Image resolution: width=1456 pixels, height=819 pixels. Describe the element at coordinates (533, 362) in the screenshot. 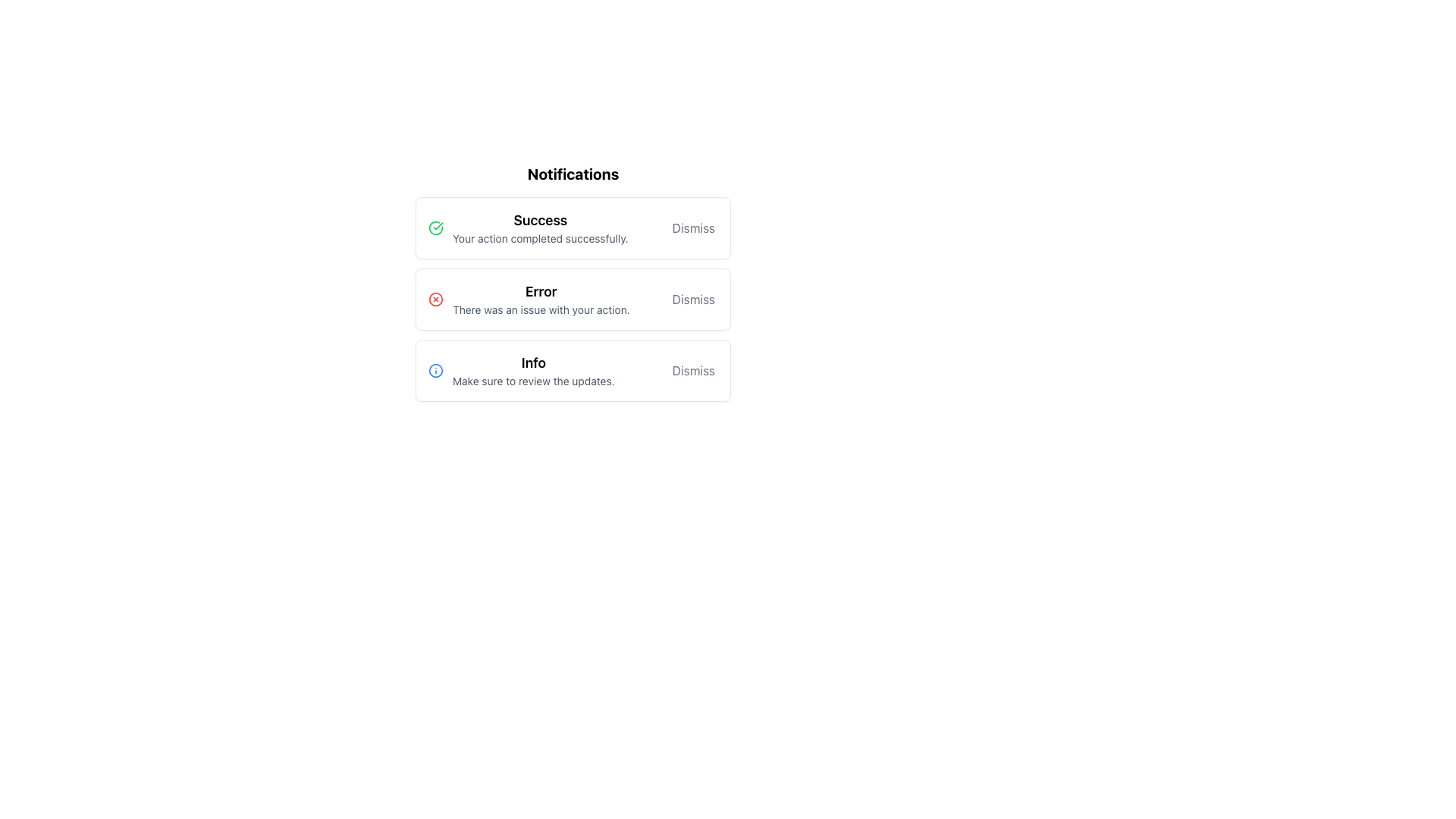

I see `the Text label that serves as the title for the notification regarding information, which is centrally located above the text 'Make sure to review the updates.' and to the left of the 'Dismiss' button` at that location.